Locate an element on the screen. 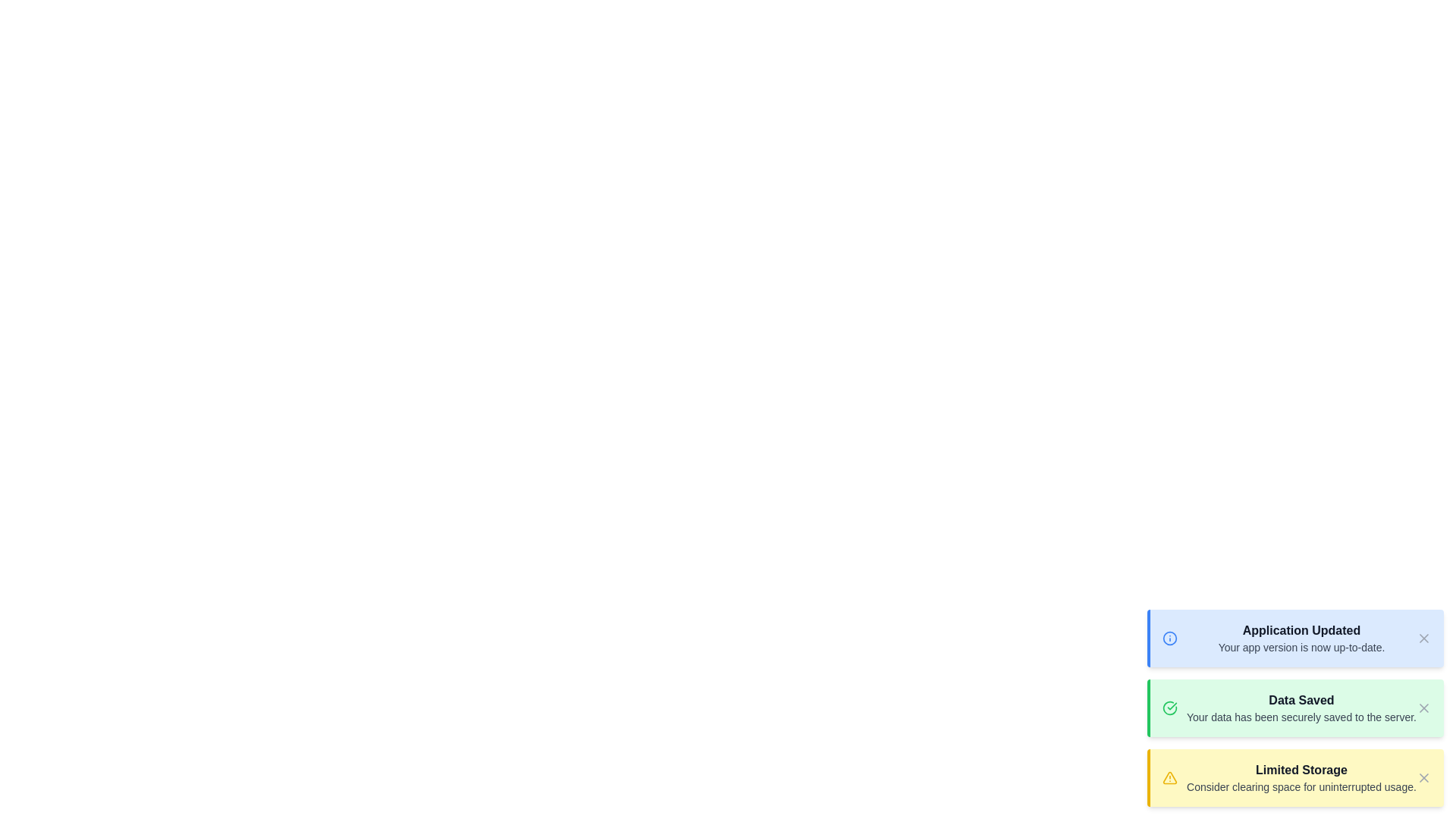 The image size is (1456, 819). the close button of the notification with the title Data Saved is located at coordinates (1423, 708).